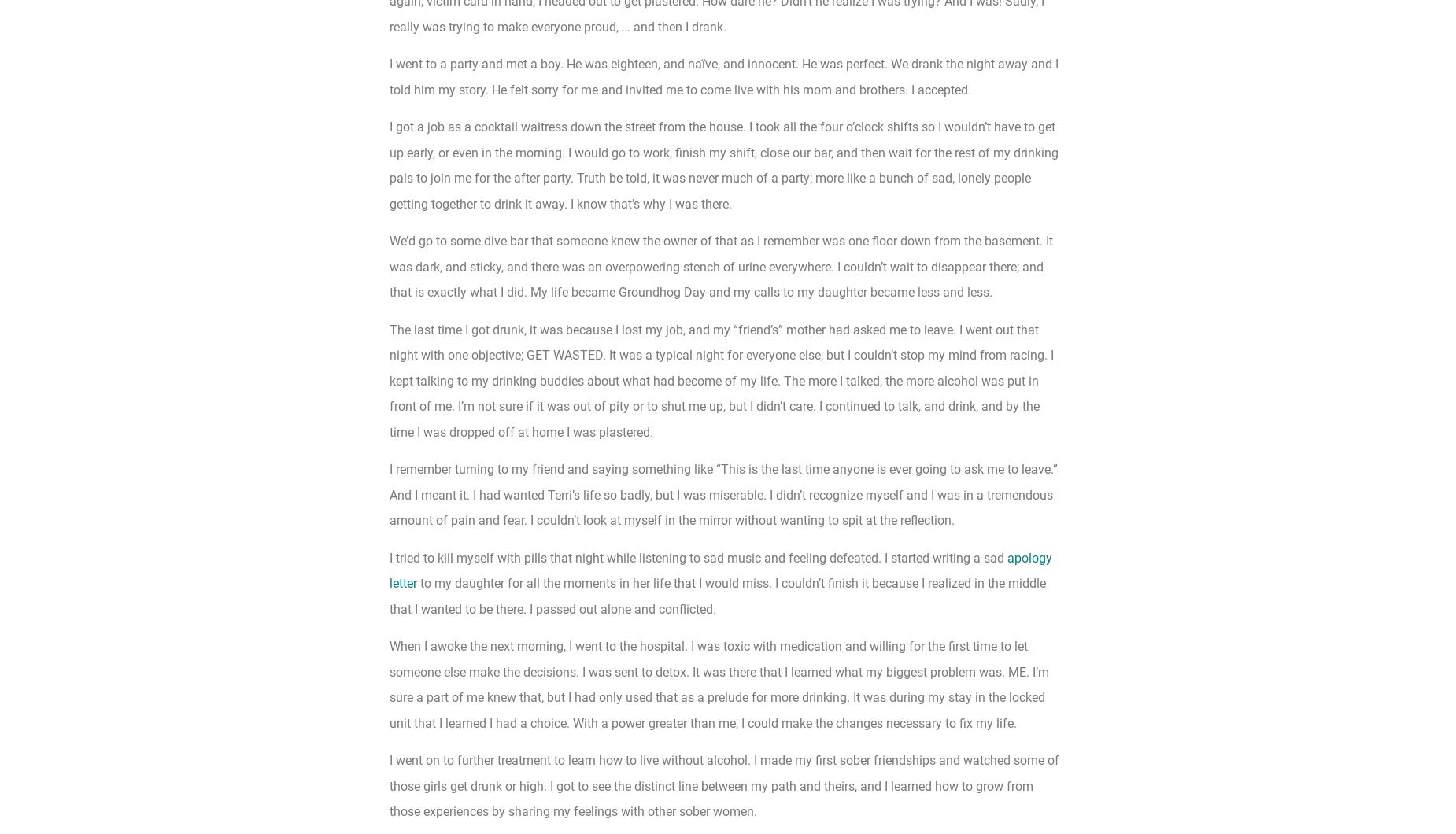 This screenshot has width=1456, height=834. What do you see at coordinates (390, 379) in the screenshot?
I see `'The last time I got drunk, it was because I lost my job, and my “friend’s” mother had asked me to leave. I went out that night with one objective; GET WASTED. It was a typical night for everyone else, but I couldn’t stop my mind from racing. I kept talking to my drinking buddies about what had become of my life. The more I talked, the more alcohol was put in front of me. I’m not sure if it was out of pity or to shut me up, but I didn’t care. I continued to talk, and drink, and by the time I was dropped off at home I was plastered.'` at bounding box center [390, 379].